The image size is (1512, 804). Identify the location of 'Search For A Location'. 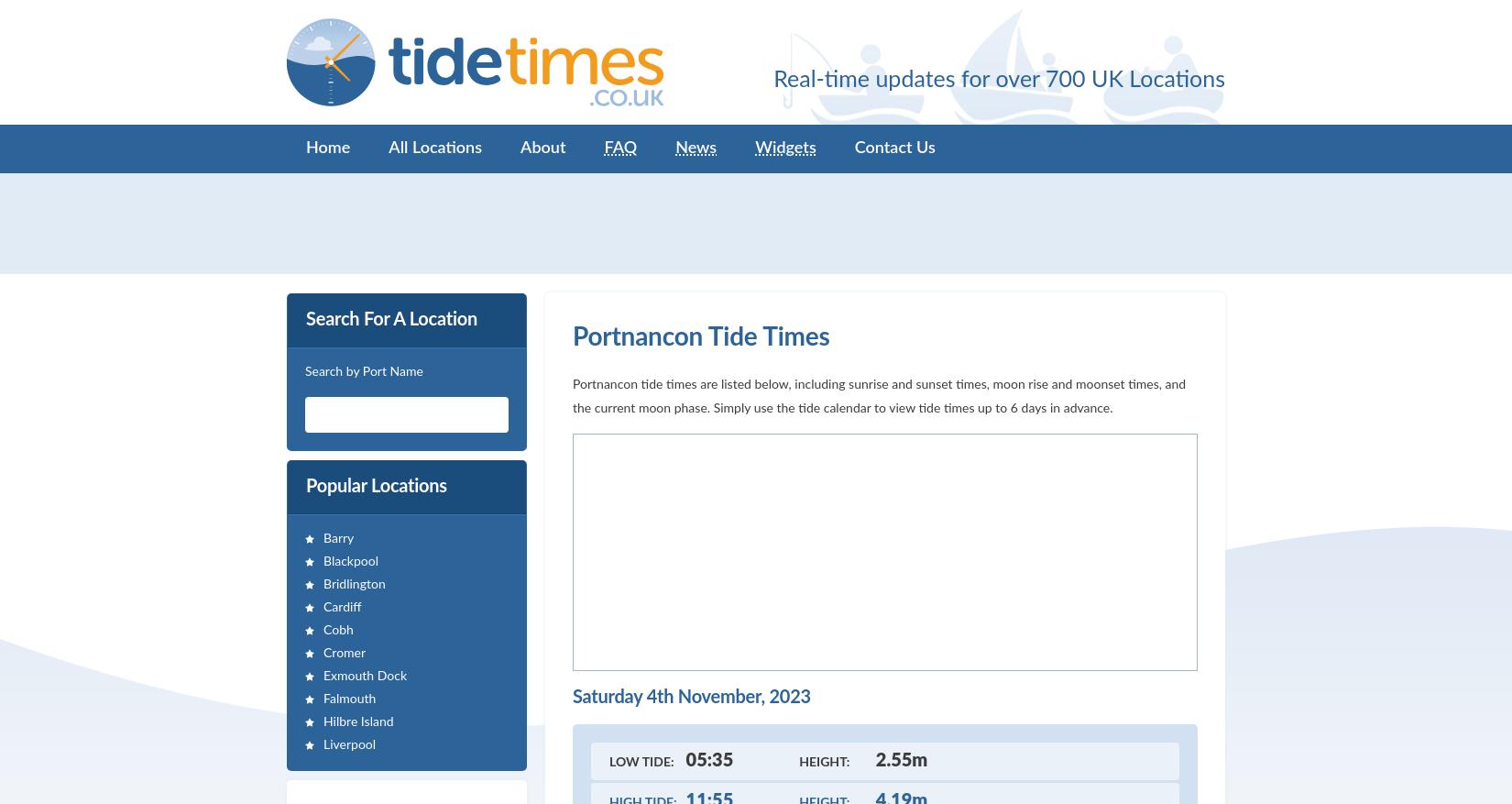
(390, 319).